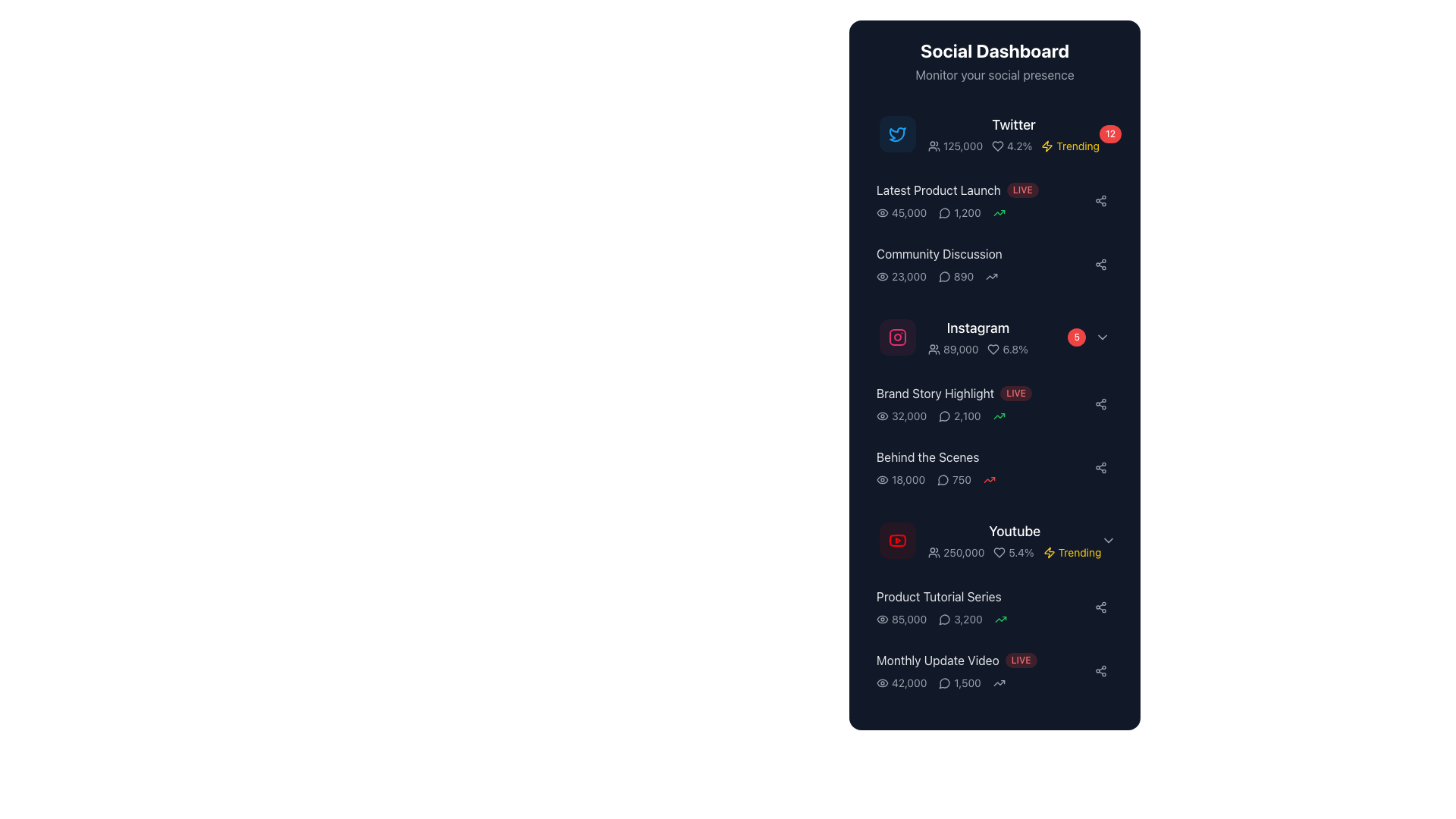 This screenshot has height=819, width=1456. Describe the element at coordinates (1015, 531) in the screenshot. I see `the 'Youtube' text label displayed in white color with medium font weight and large font size, which is the sixth entry in the 'Social Dashboard' list` at that location.